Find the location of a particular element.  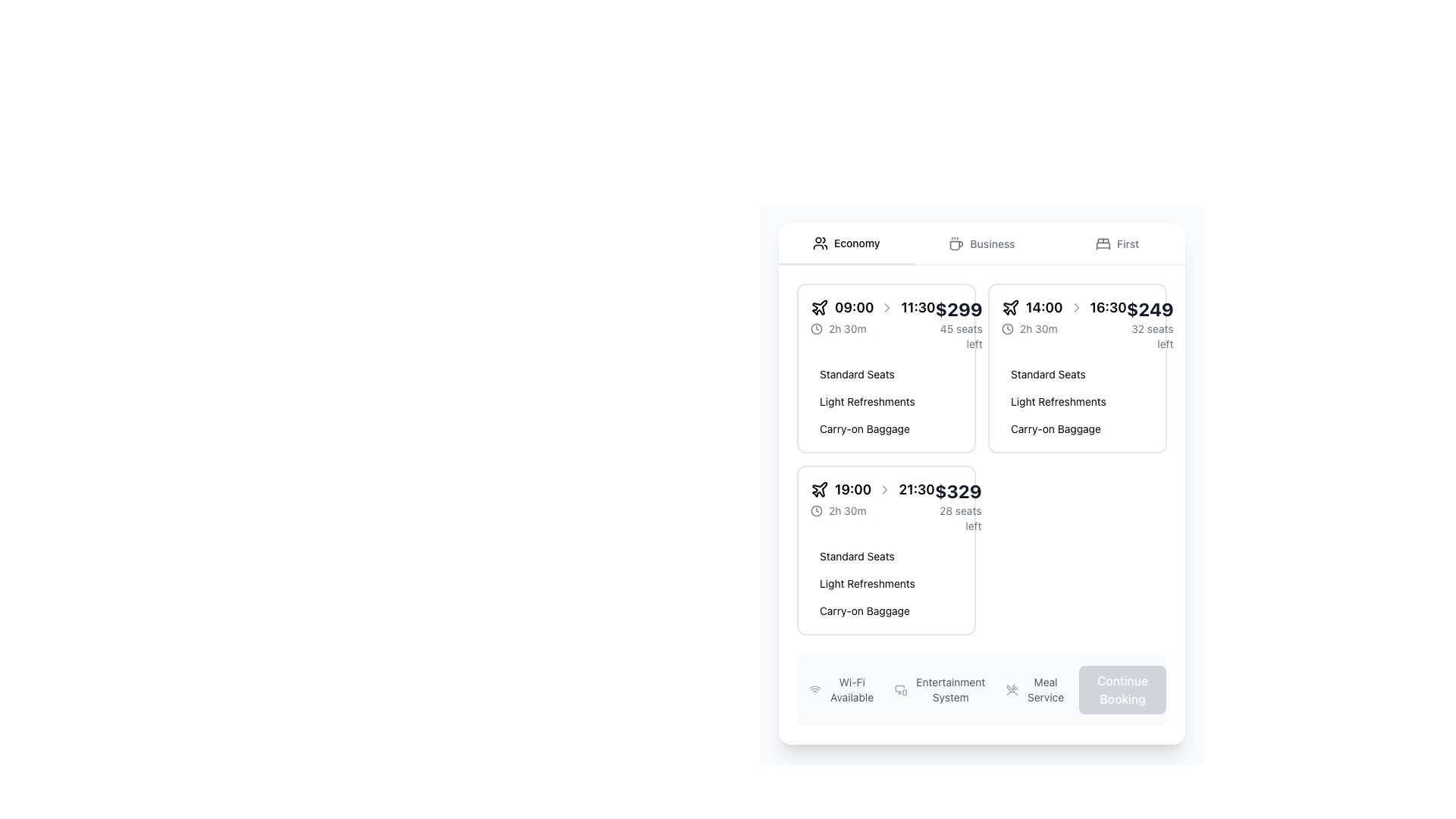

the text display with integrated icons that shows the departure and arrival times of a travel option is located at coordinates (873, 307).